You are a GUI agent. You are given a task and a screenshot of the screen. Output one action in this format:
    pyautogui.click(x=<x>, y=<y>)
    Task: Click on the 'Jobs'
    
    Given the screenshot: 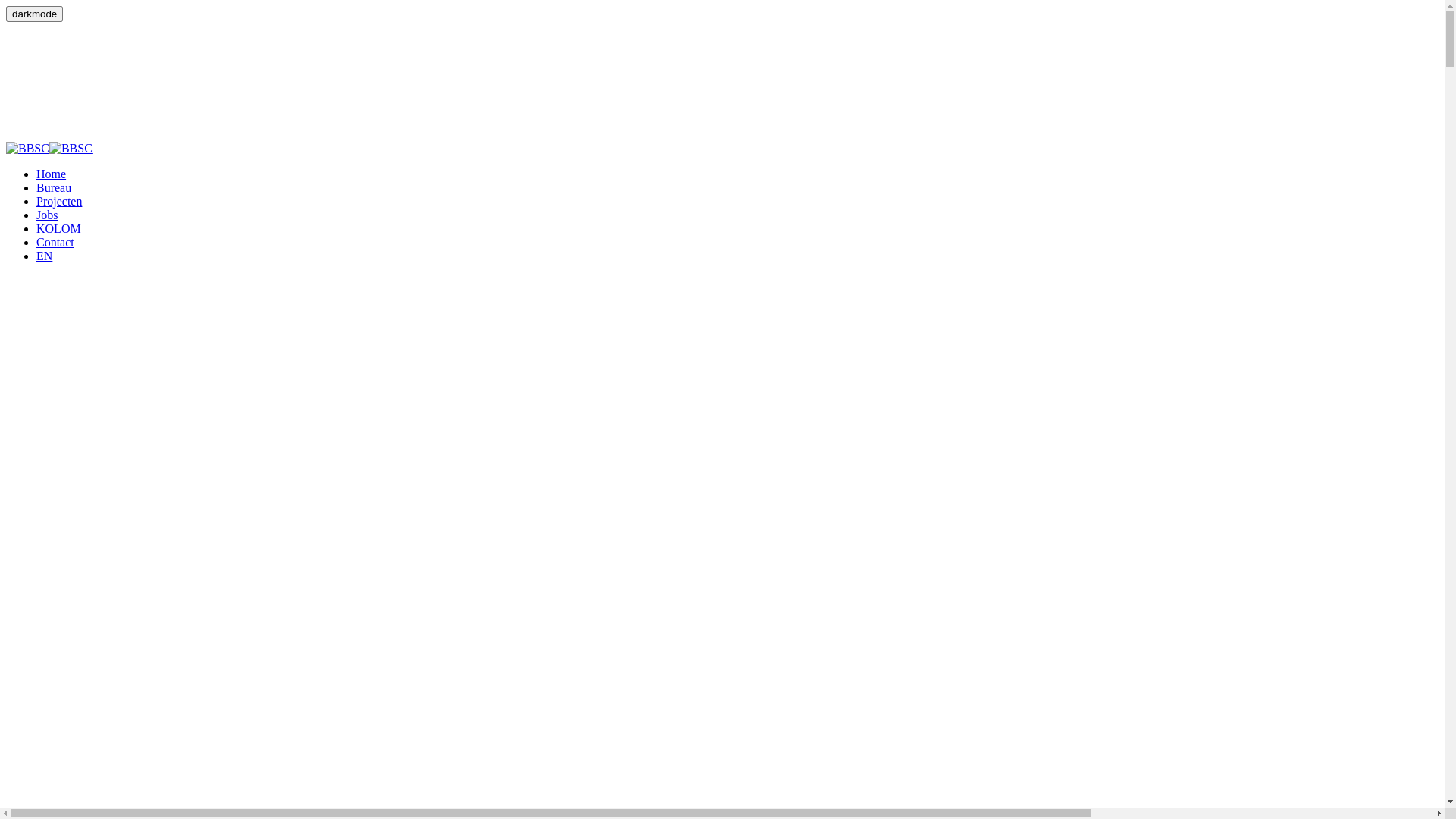 What is the action you would take?
    pyautogui.click(x=47, y=215)
    